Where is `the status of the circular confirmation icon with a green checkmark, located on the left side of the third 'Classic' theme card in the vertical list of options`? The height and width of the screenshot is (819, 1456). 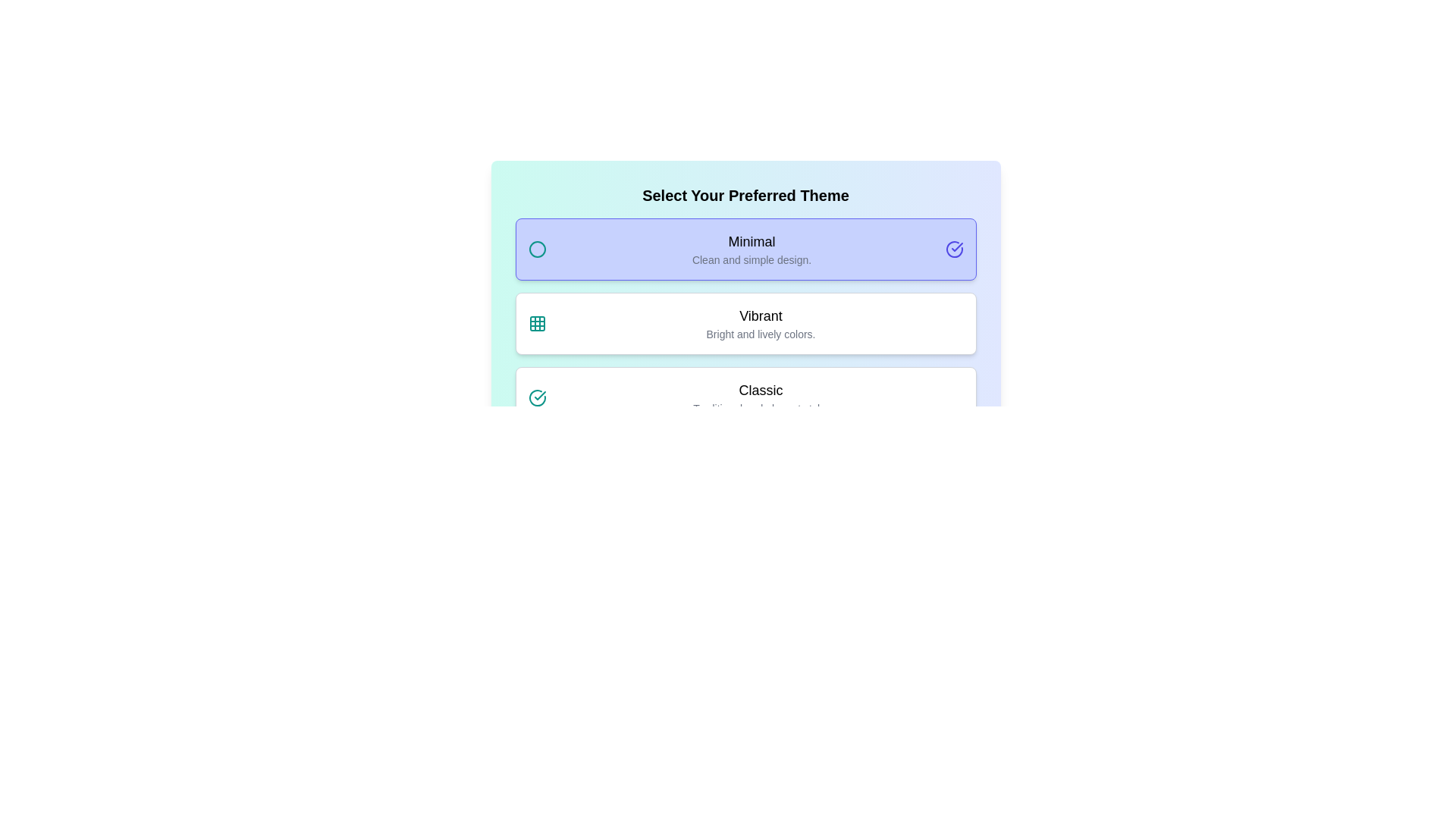
the status of the circular confirmation icon with a green checkmark, located on the left side of the third 'Classic' theme card in the vertical list of options is located at coordinates (537, 397).